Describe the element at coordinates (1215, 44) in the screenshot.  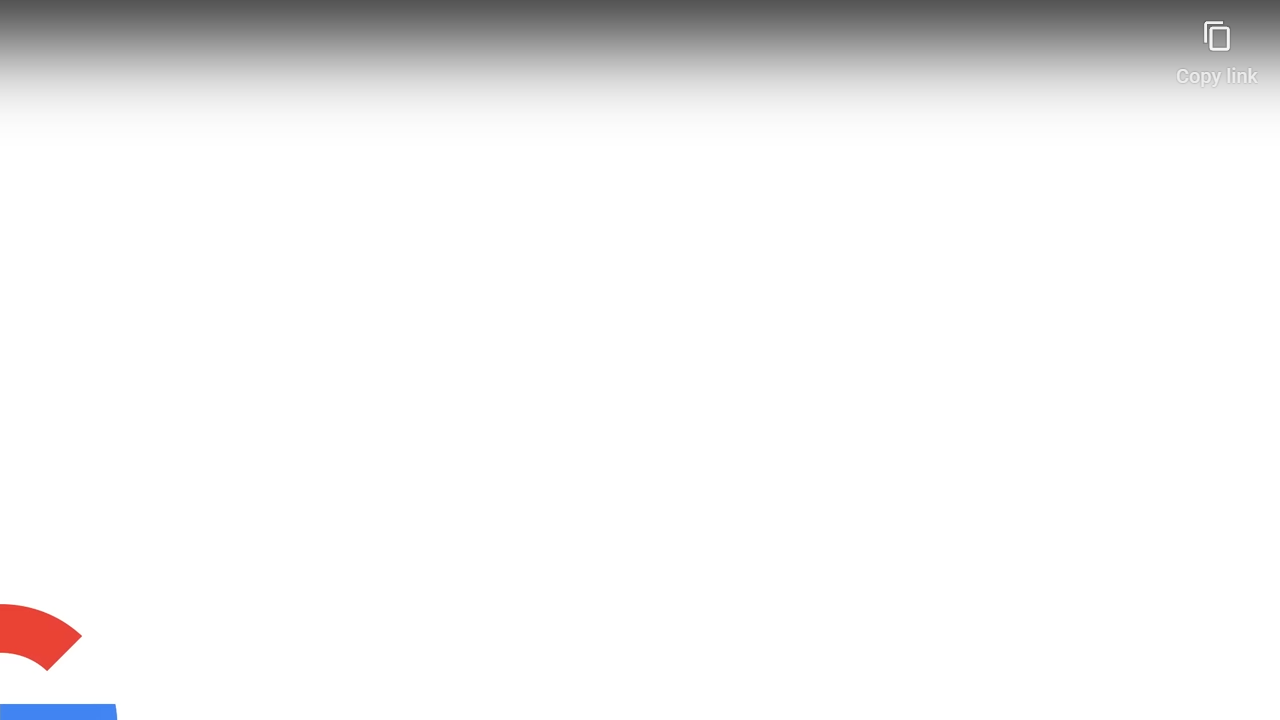
I see `'Copy link'` at that location.